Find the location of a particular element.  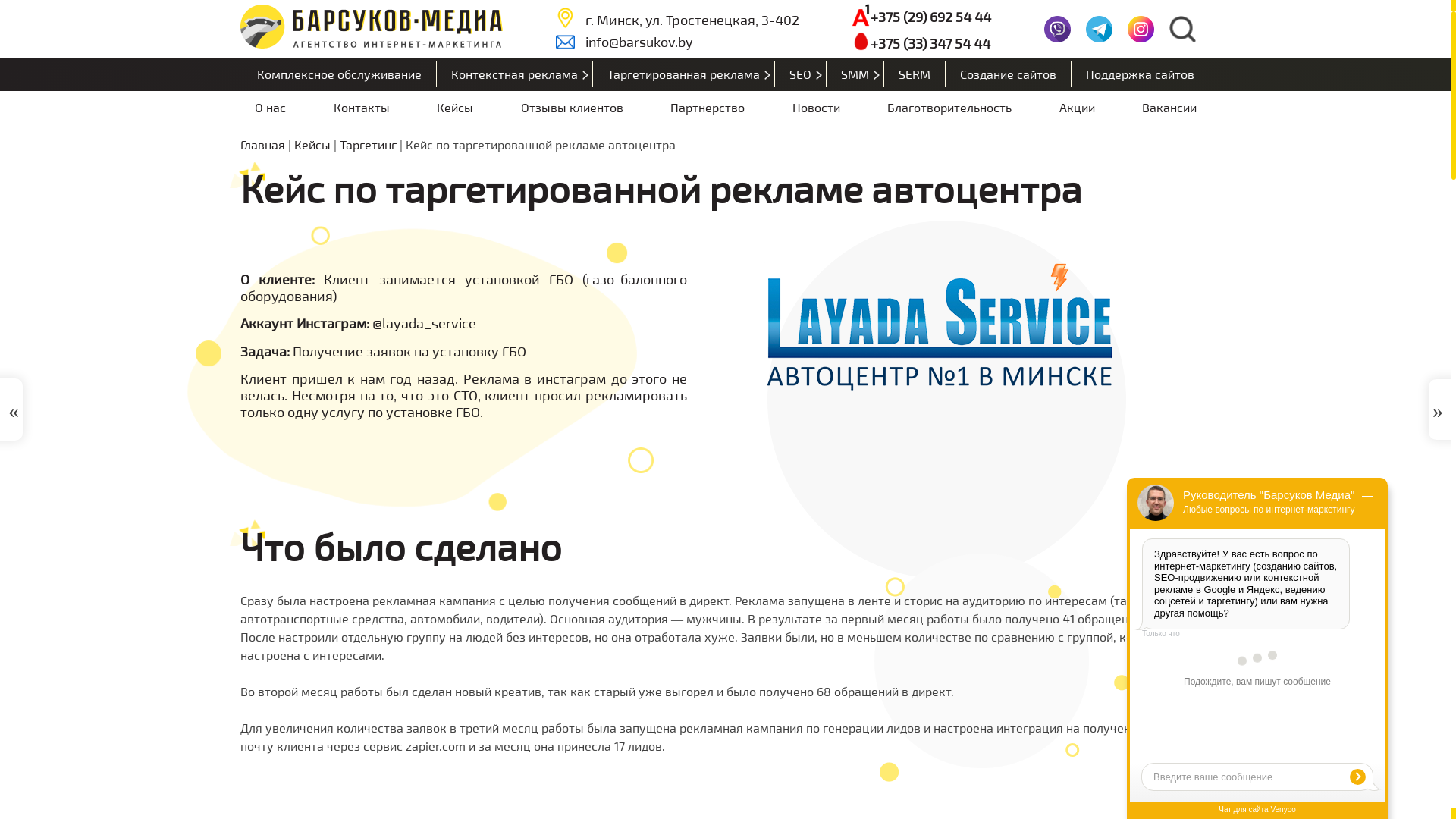

'SERM' is located at coordinates (914, 74).